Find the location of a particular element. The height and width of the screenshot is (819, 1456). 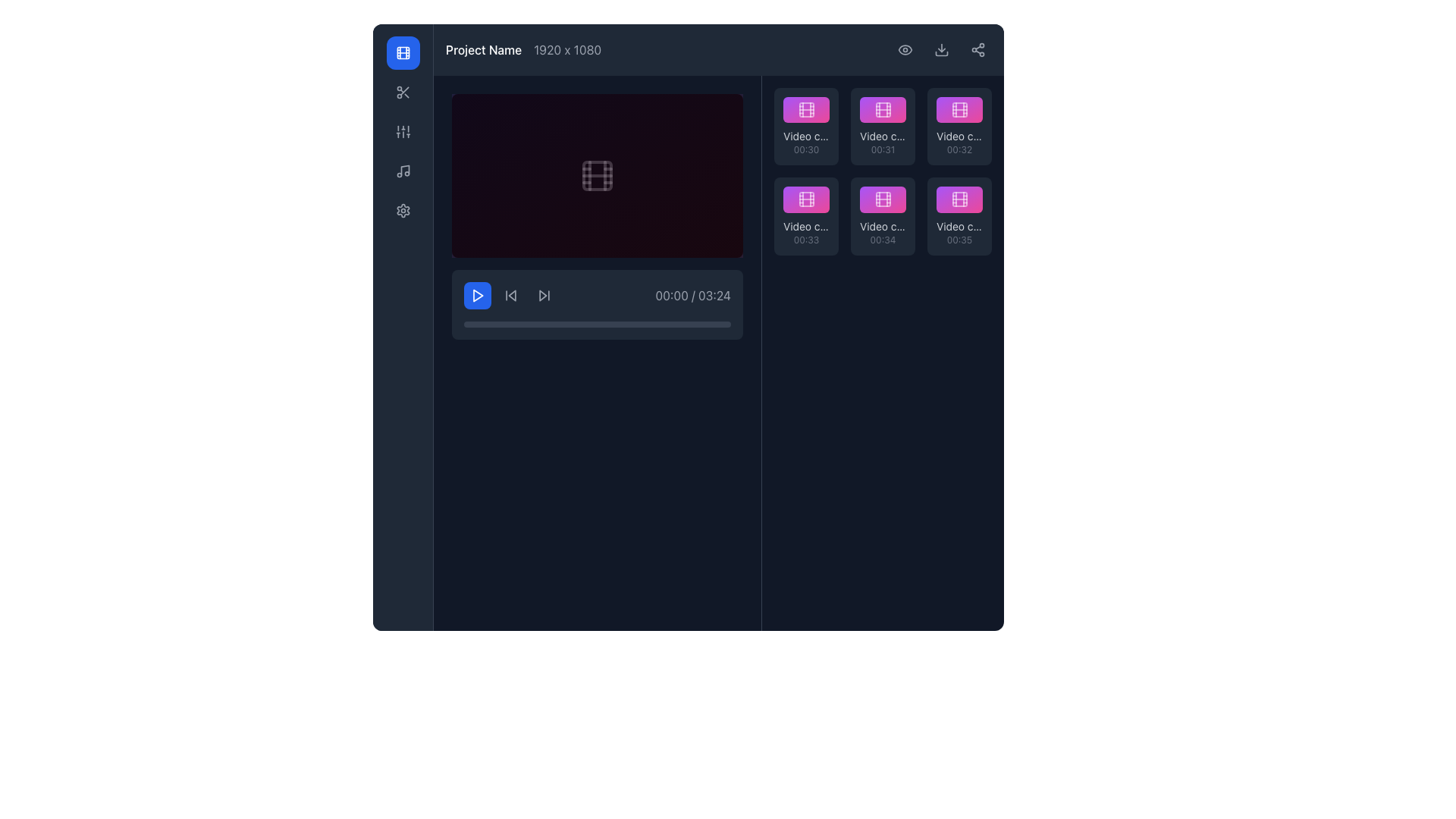

the vibrant blue play button with a white play icon located in the media controls section to play the media is located at coordinates (476, 295).